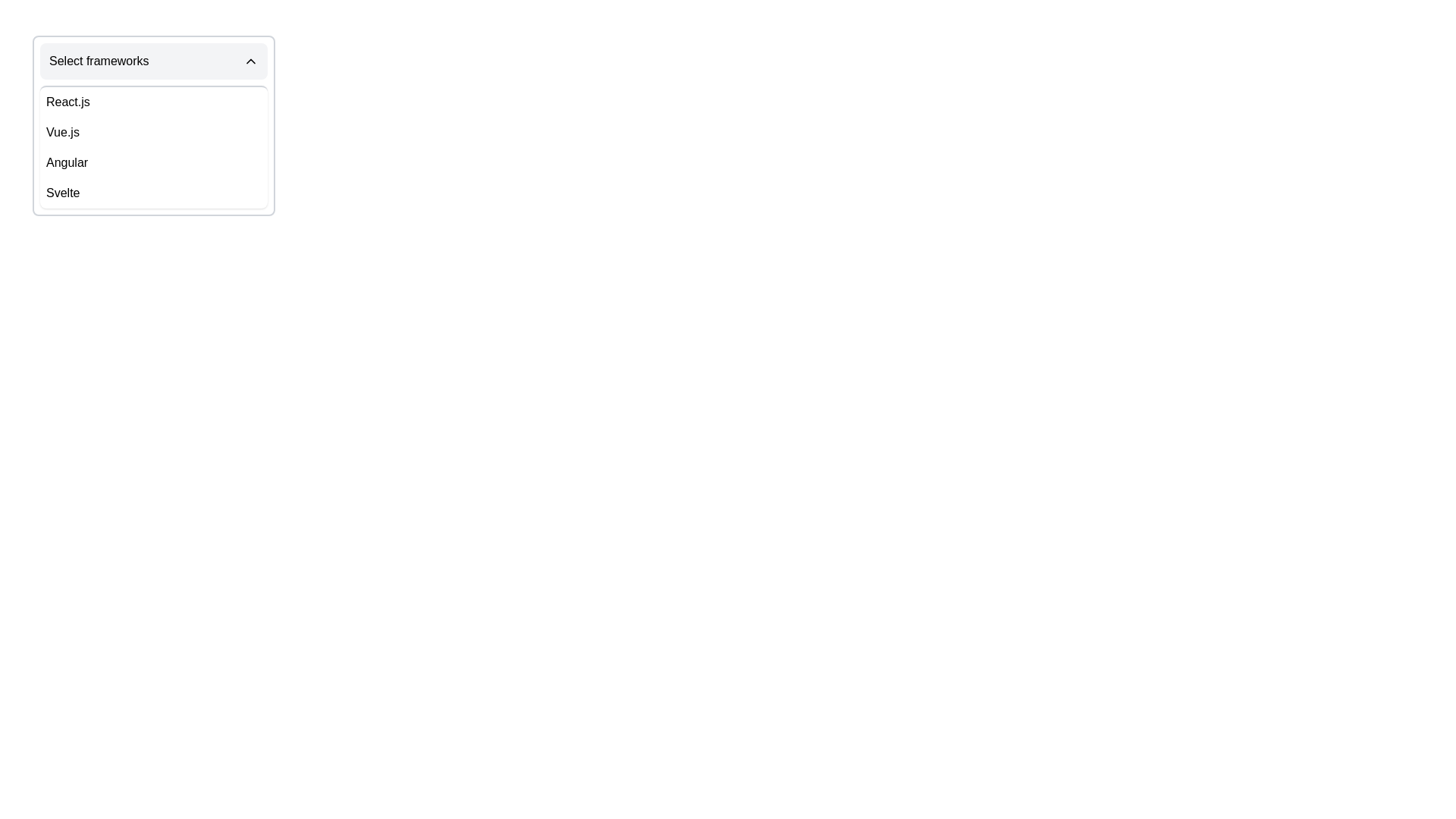 The image size is (1456, 819). I want to click on the 'Angular' option in the dropdown menu titled 'Select frameworks', so click(66, 163).